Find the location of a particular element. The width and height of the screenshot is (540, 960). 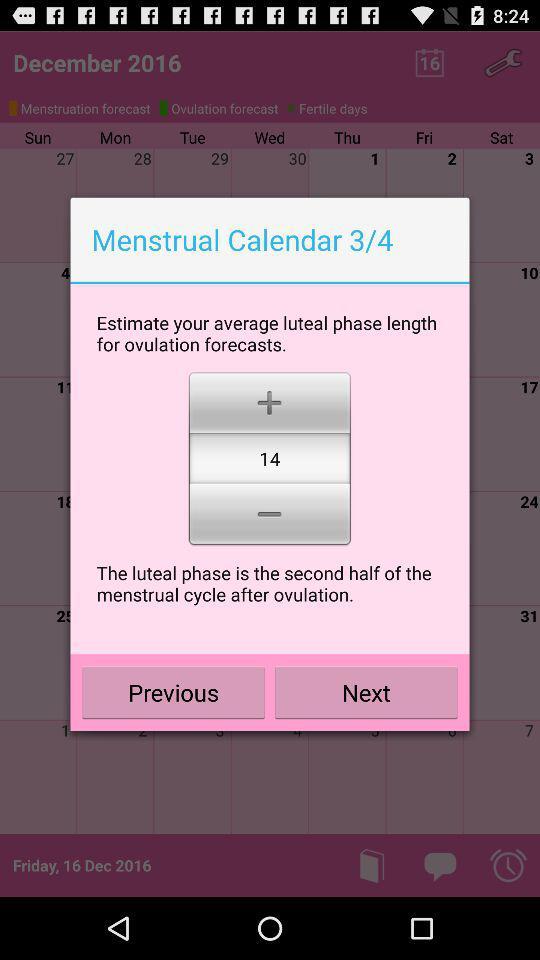

the icon below the luteal phase app is located at coordinates (173, 692).